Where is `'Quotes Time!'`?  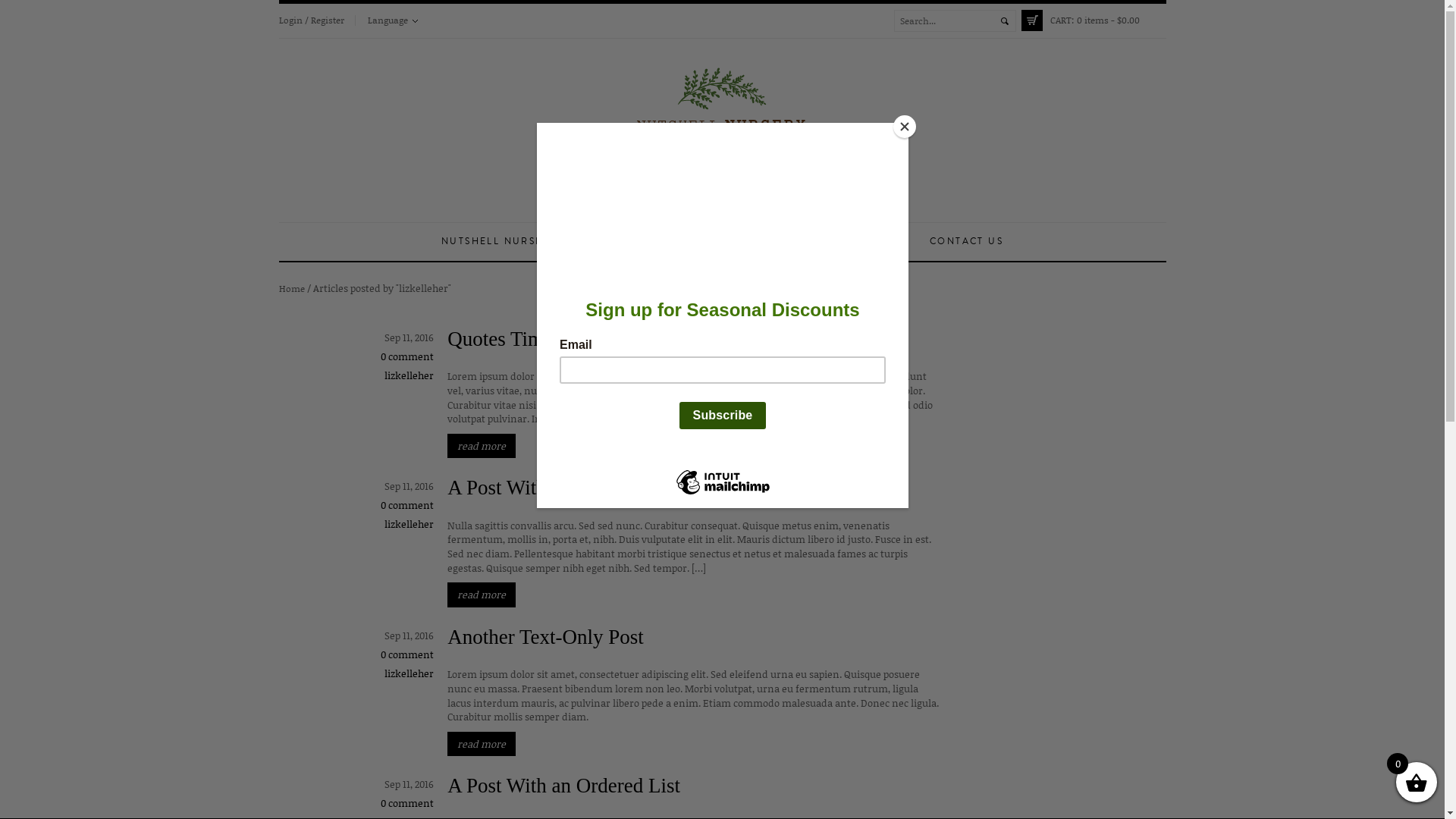 'Quotes Time!' is located at coordinates (503, 338).